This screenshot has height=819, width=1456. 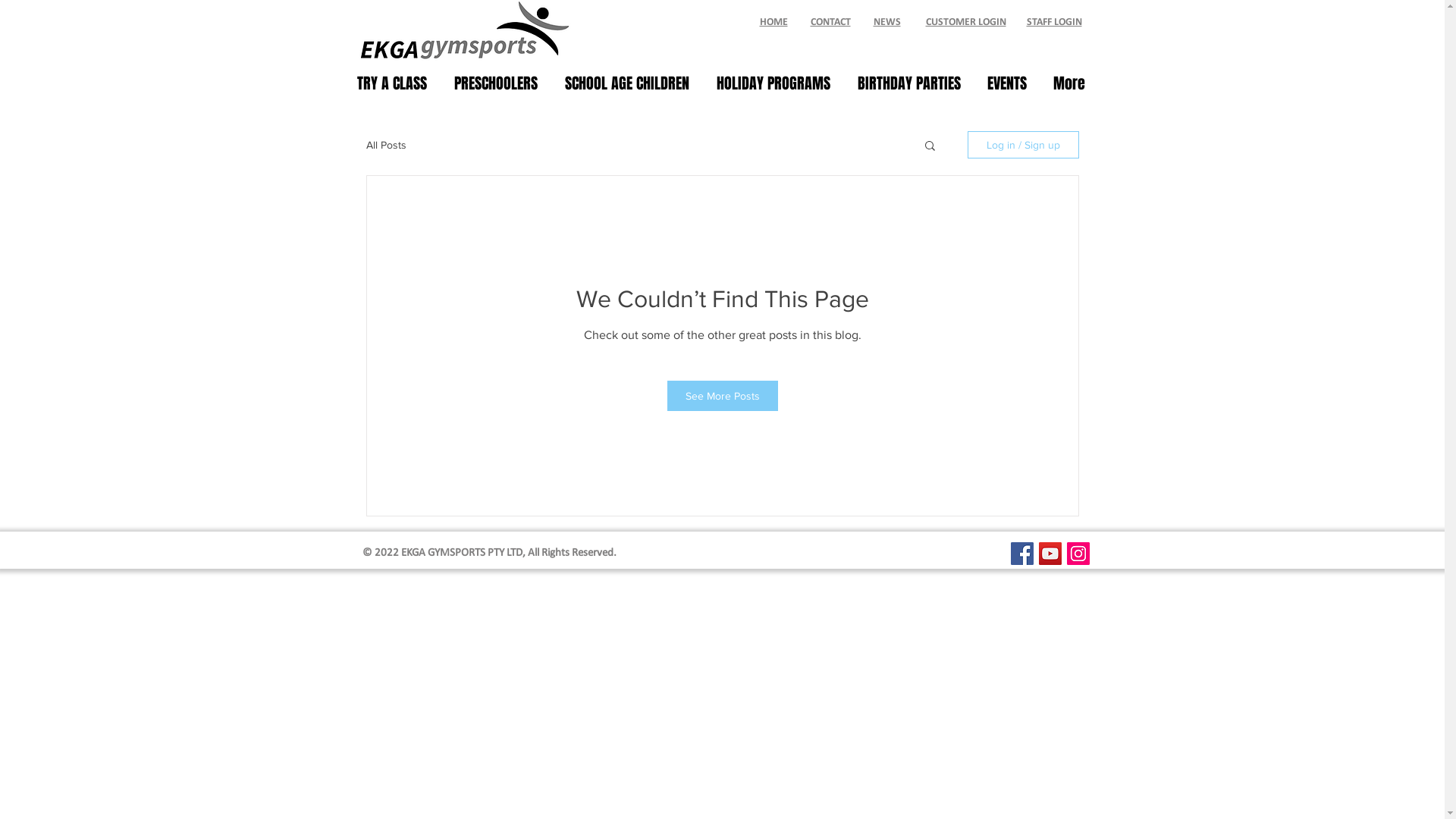 I want to click on 'CUSTOMER LOGIN', so click(x=964, y=22).